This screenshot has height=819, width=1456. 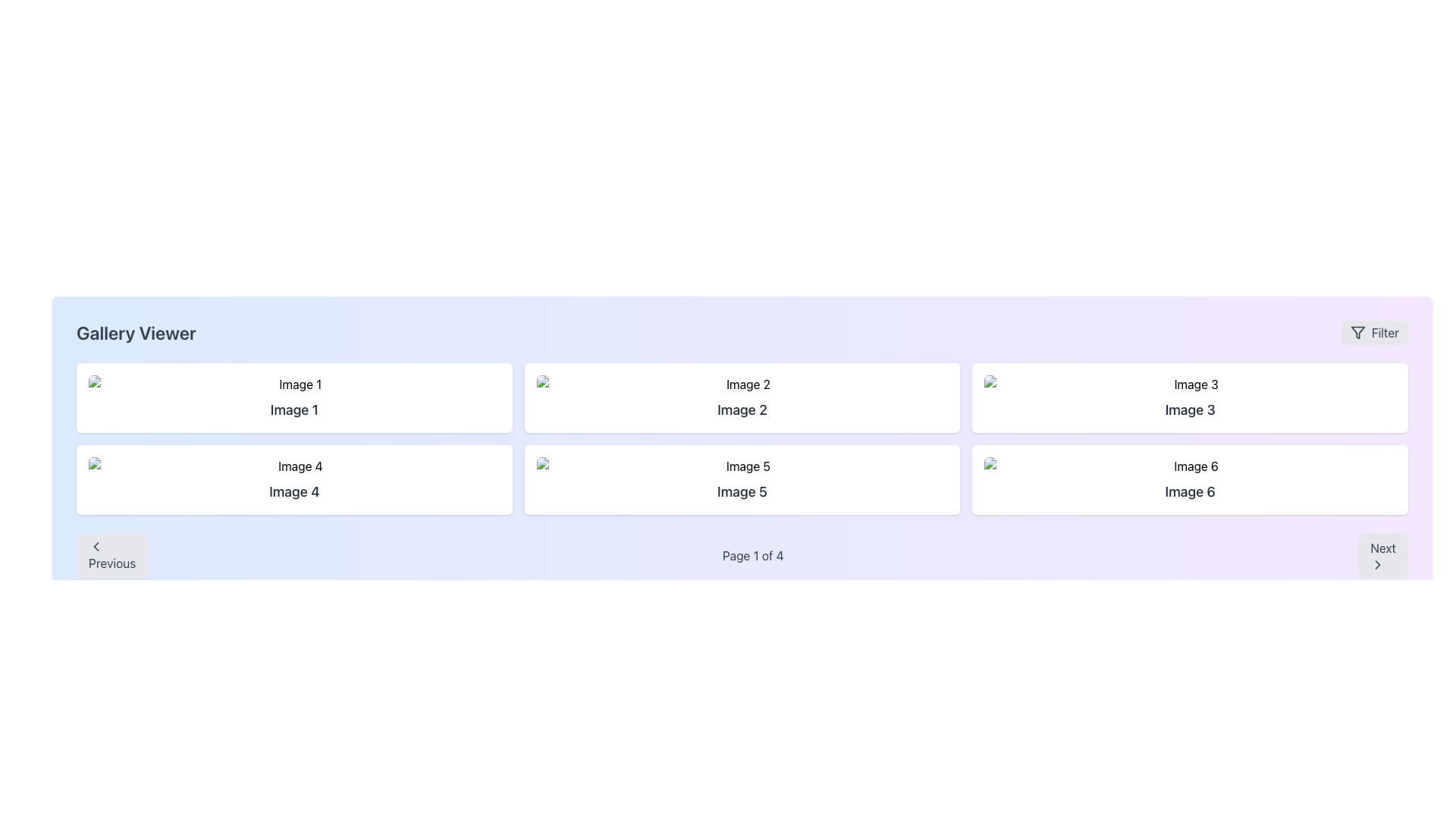 I want to click on the image placeholder located at the top center of the second card, which is positioned above the text 'Image 2', so click(x=742, y=383).